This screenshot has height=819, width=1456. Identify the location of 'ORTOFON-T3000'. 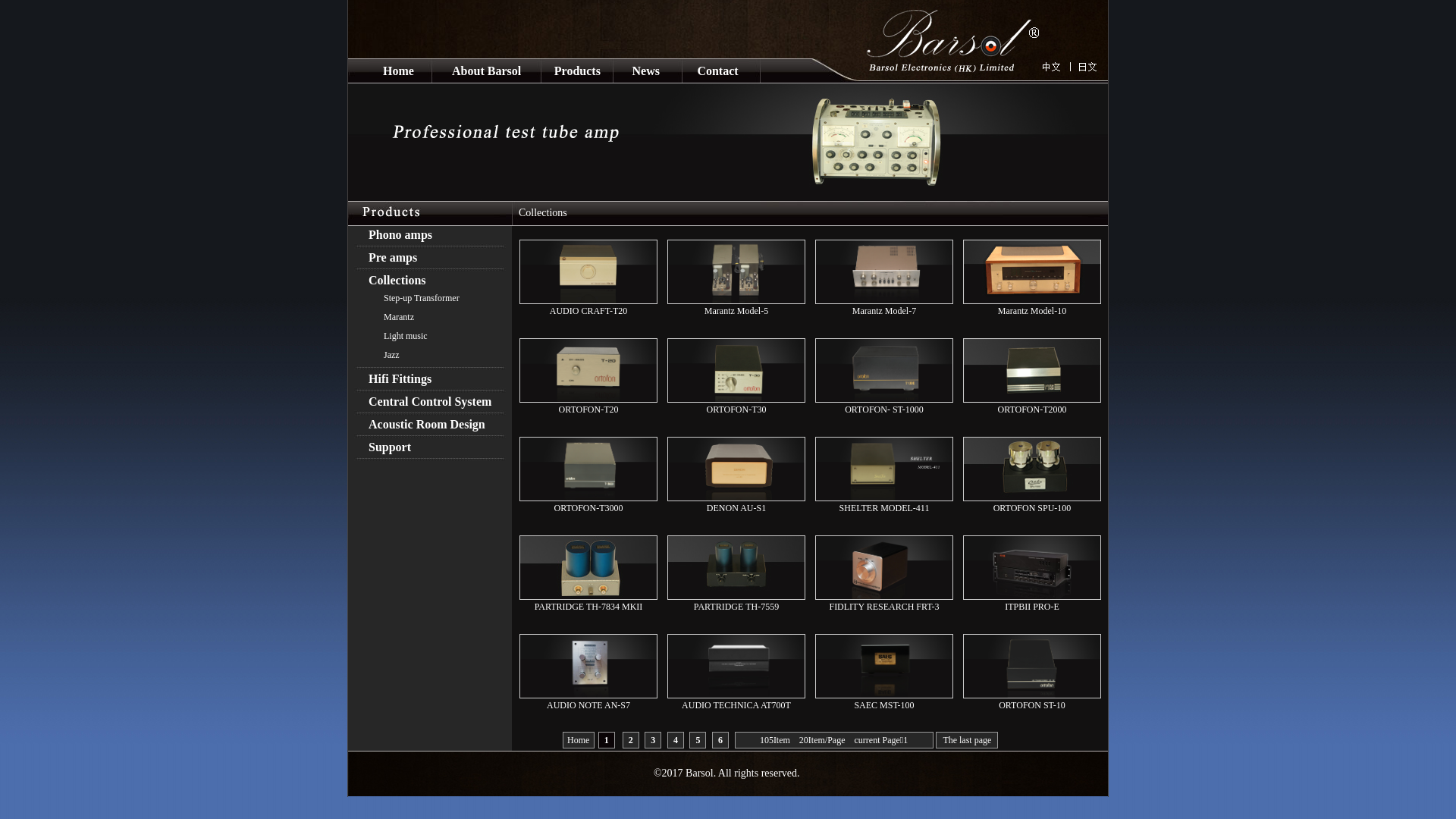
(552, 508).